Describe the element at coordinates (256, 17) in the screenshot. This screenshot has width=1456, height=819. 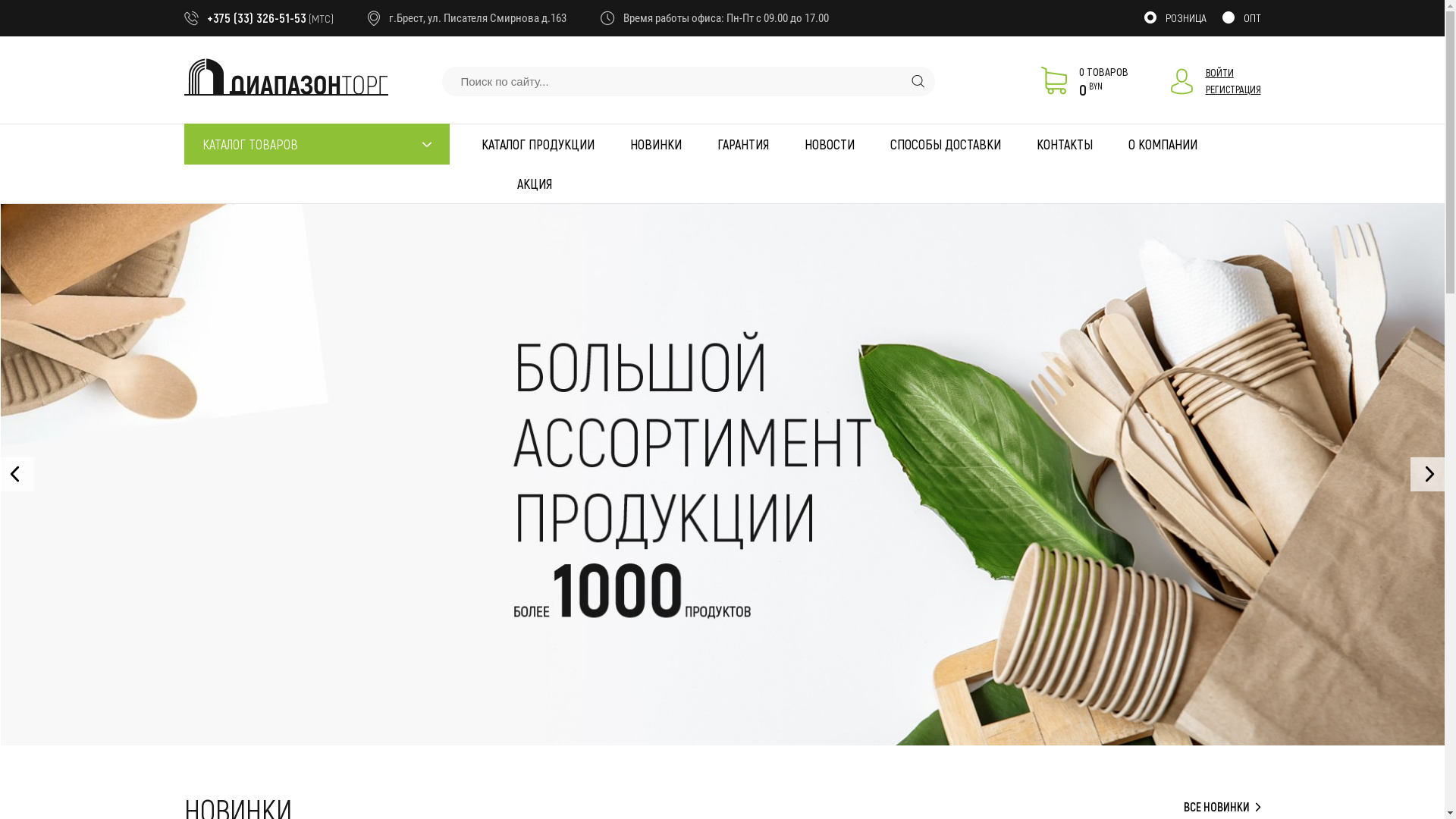
I see `'+375 (33) 326-51-53'` at that location.